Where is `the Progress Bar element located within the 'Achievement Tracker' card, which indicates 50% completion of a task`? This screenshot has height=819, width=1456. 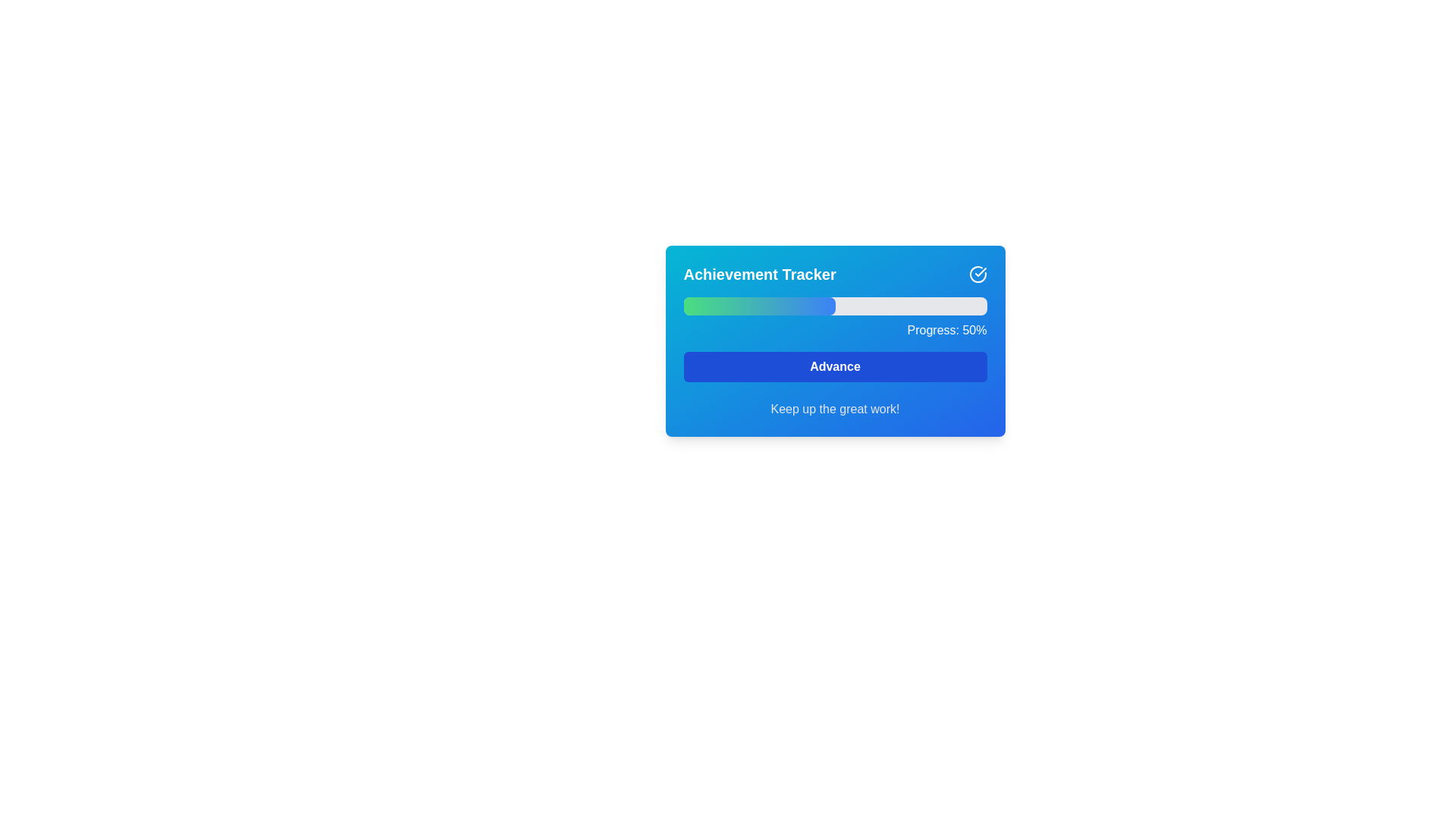 the Progress Bar element located within the 'Achievement Tracker' card, which indicates 50% completion of a task is located at coordinates (834, 306).